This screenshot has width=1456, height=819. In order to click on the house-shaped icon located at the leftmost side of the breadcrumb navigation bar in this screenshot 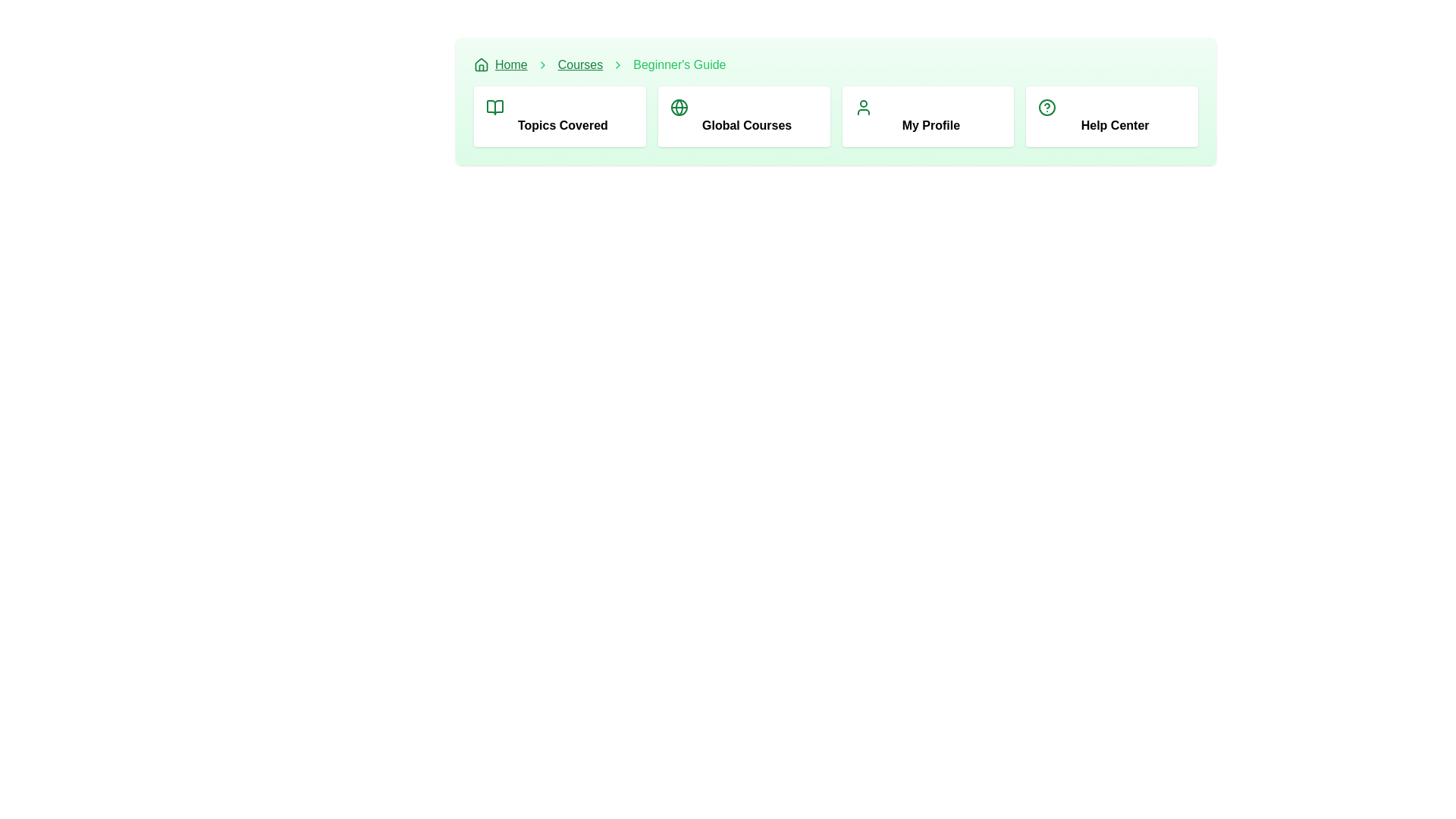, I will do `click(480, 63)`.